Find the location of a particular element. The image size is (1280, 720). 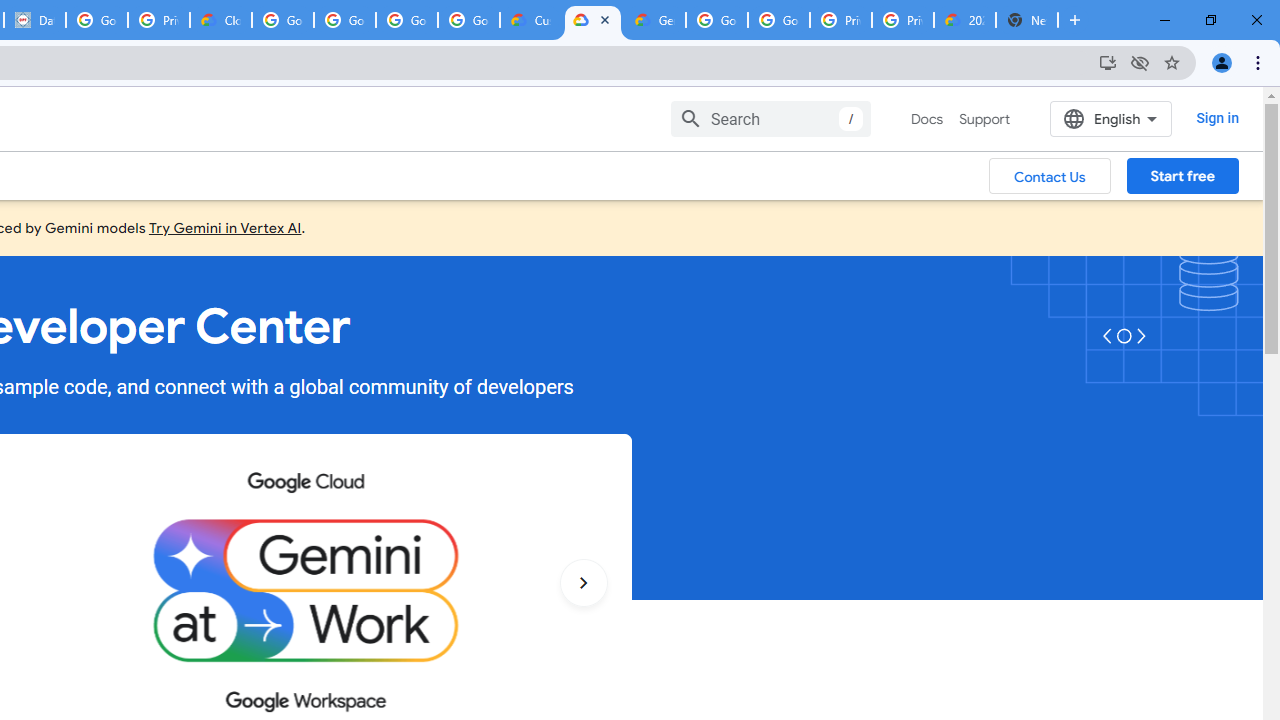

'Support' is located at coordinates (984, 119).